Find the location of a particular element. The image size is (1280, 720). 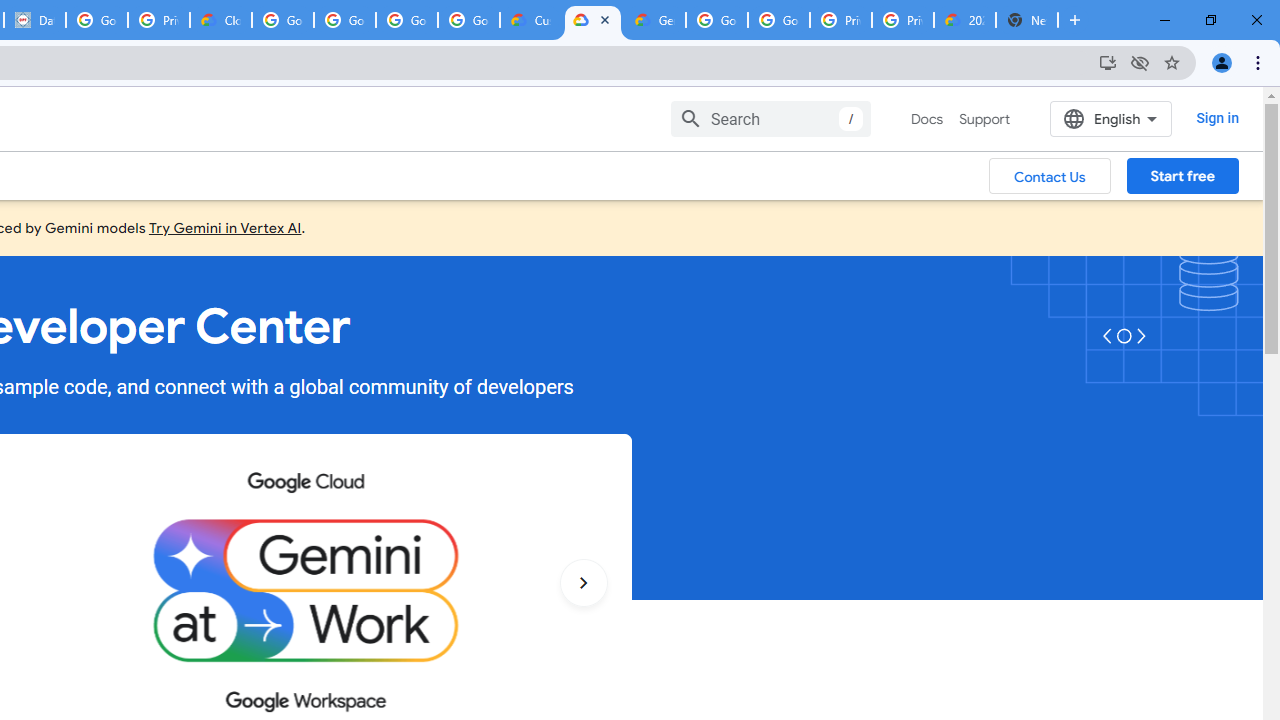

'Support' is located at coordinates (984, 119).